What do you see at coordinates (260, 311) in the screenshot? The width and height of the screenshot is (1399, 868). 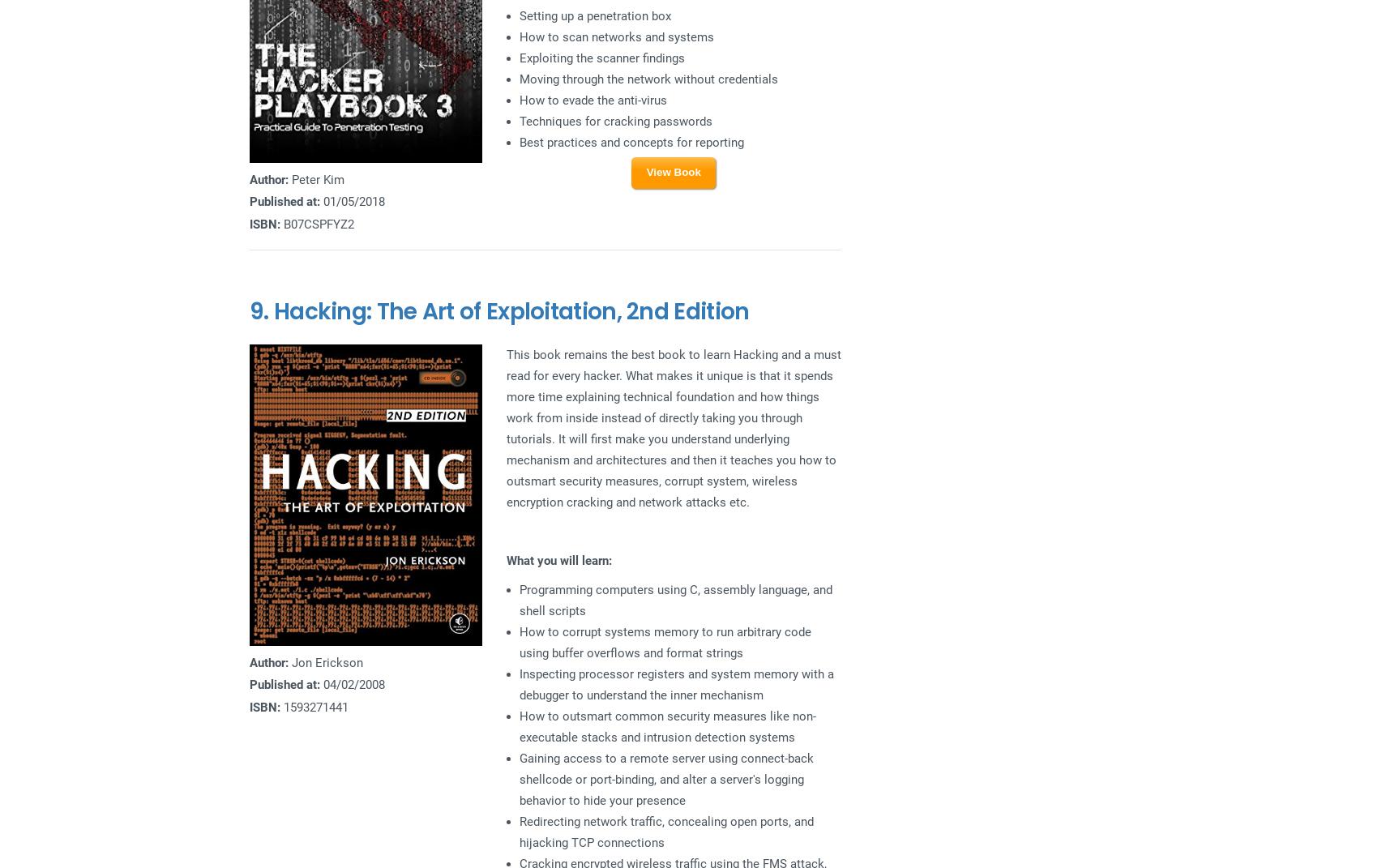 I see `'9.'` at bounding box center [260, 311].